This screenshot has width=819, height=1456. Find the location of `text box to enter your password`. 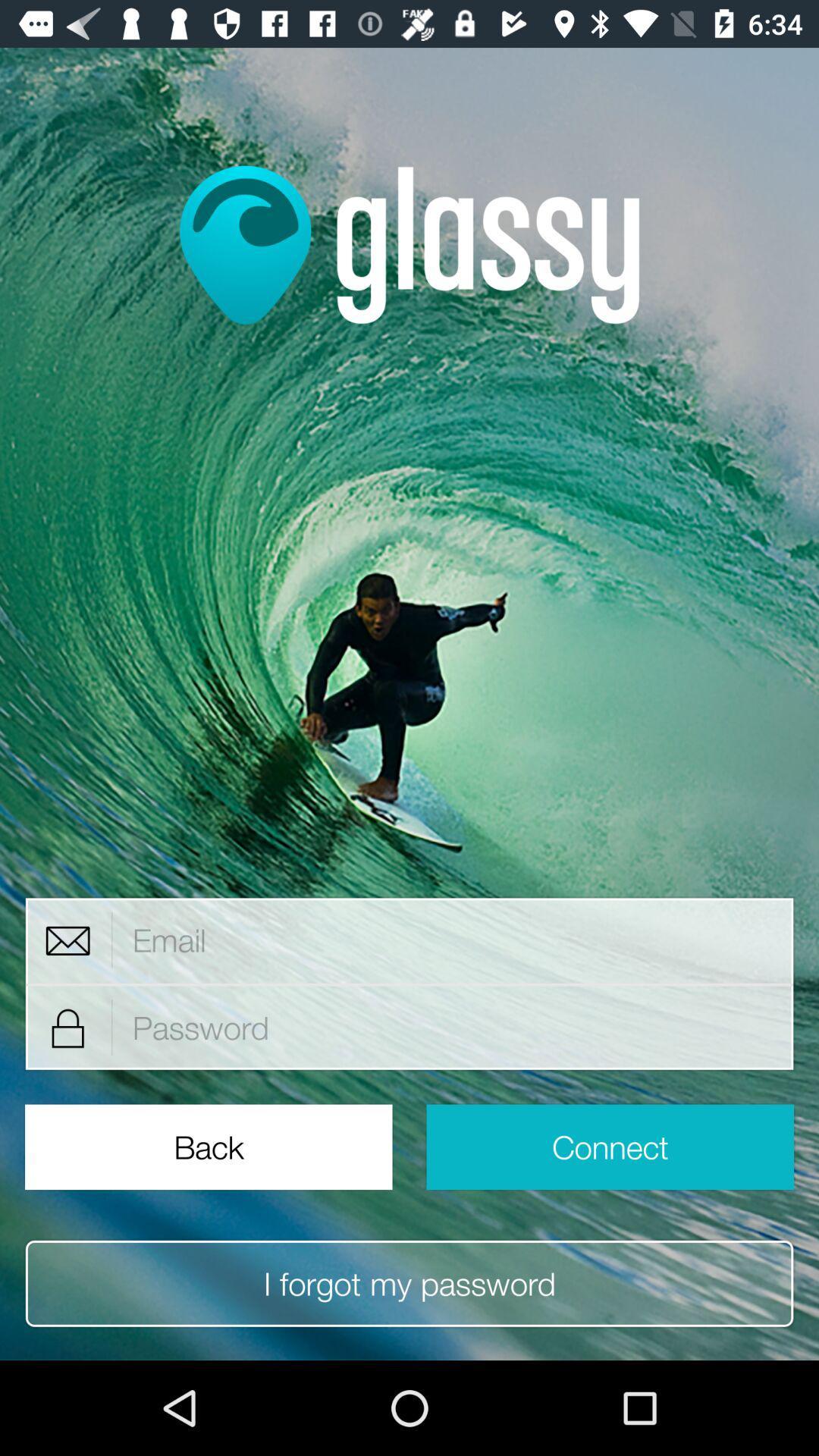

text box to enter your password is located at coordinates (453, 1028).